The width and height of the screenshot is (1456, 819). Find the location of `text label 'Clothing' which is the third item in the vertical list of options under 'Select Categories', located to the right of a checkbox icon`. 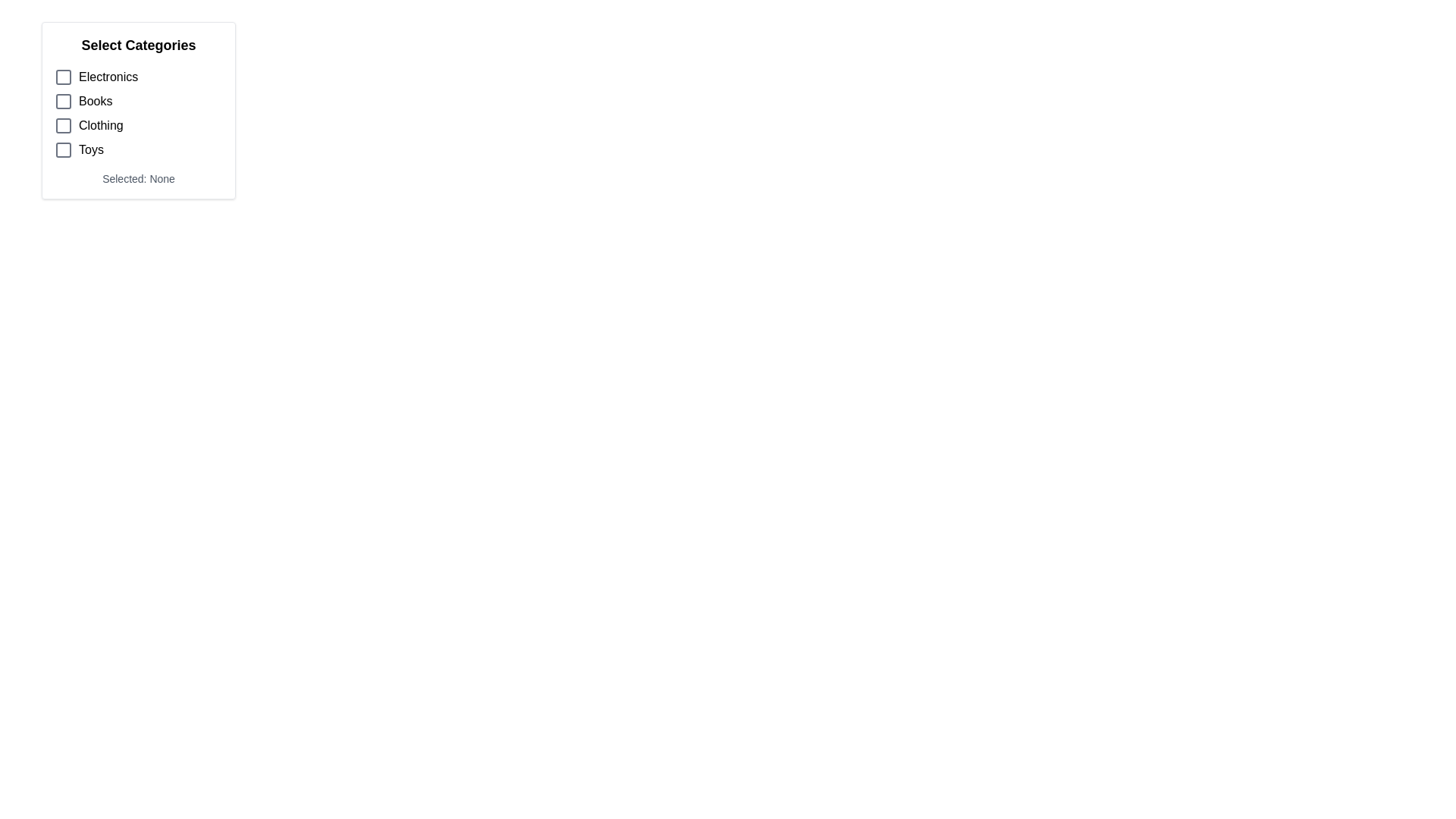

text label 'Clothing' which is the third item in the vertical list of options under 'Select Categories', located to the right of a checkbox icon is located at coordinates (100, 124).